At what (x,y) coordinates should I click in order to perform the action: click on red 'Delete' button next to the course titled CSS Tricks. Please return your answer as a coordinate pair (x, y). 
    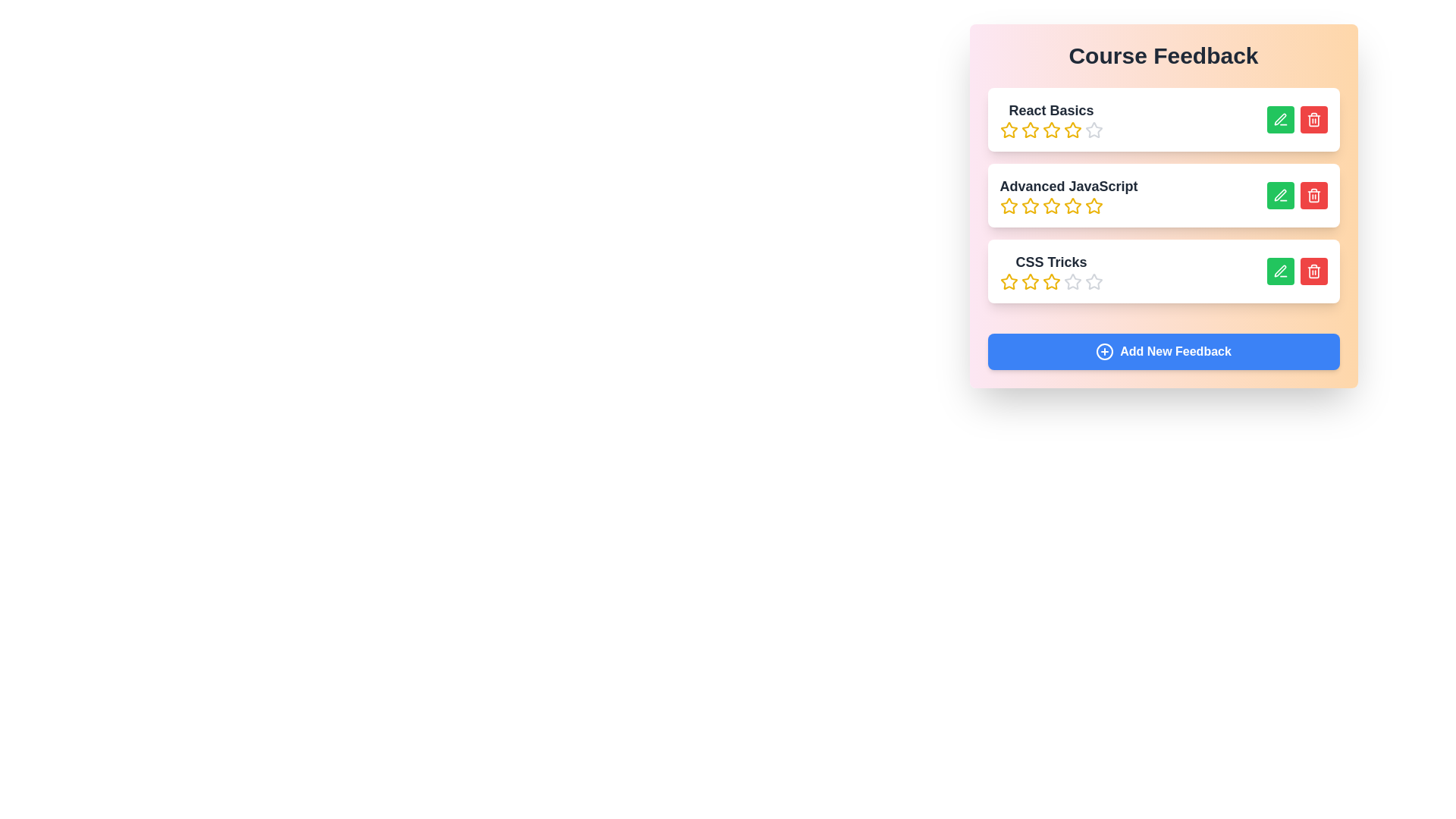
    Looking at the image, I should click on (1313, 271).